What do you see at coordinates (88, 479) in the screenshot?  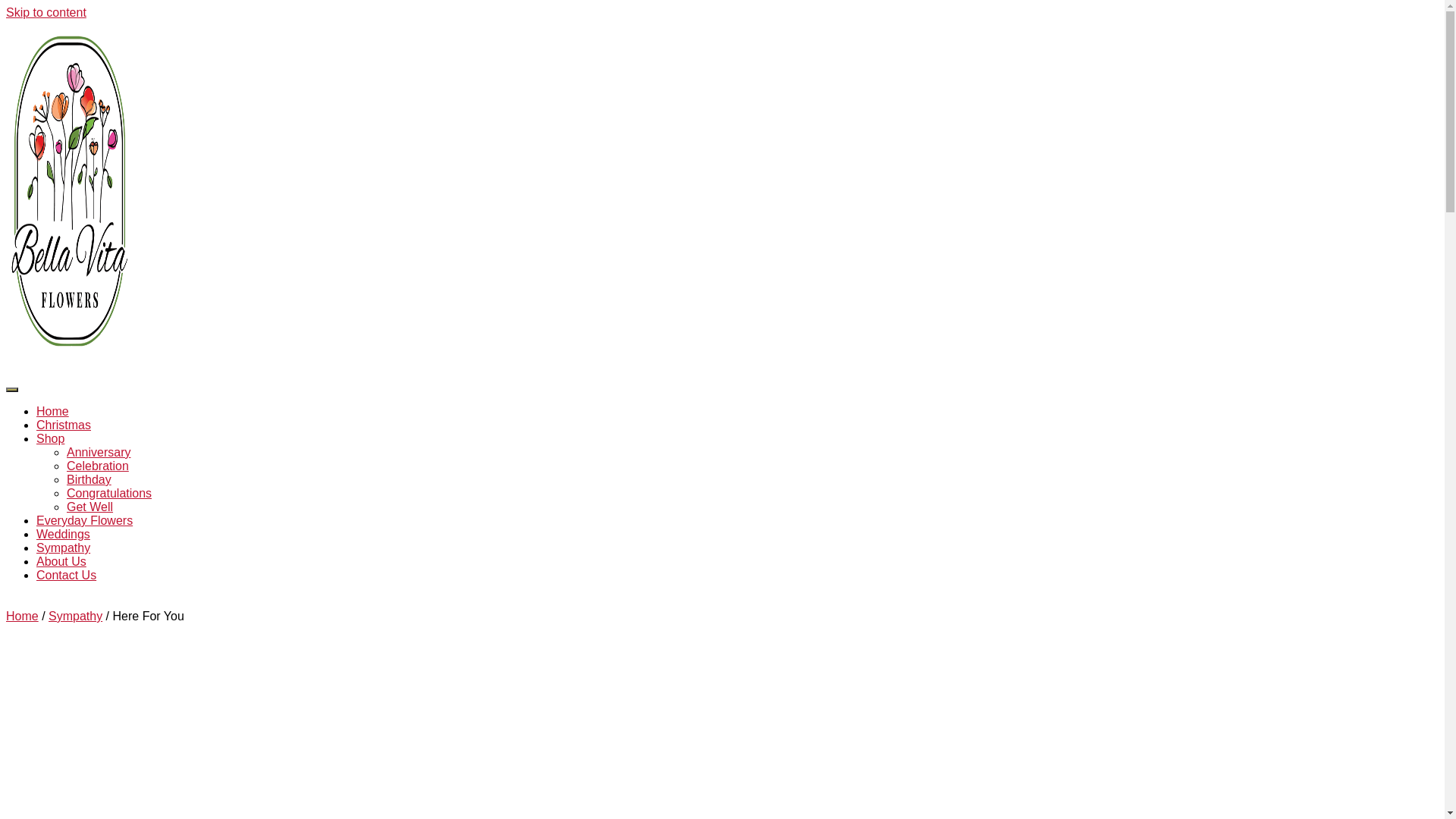 I see `'Birthday'` at bounding box center [88, 479].